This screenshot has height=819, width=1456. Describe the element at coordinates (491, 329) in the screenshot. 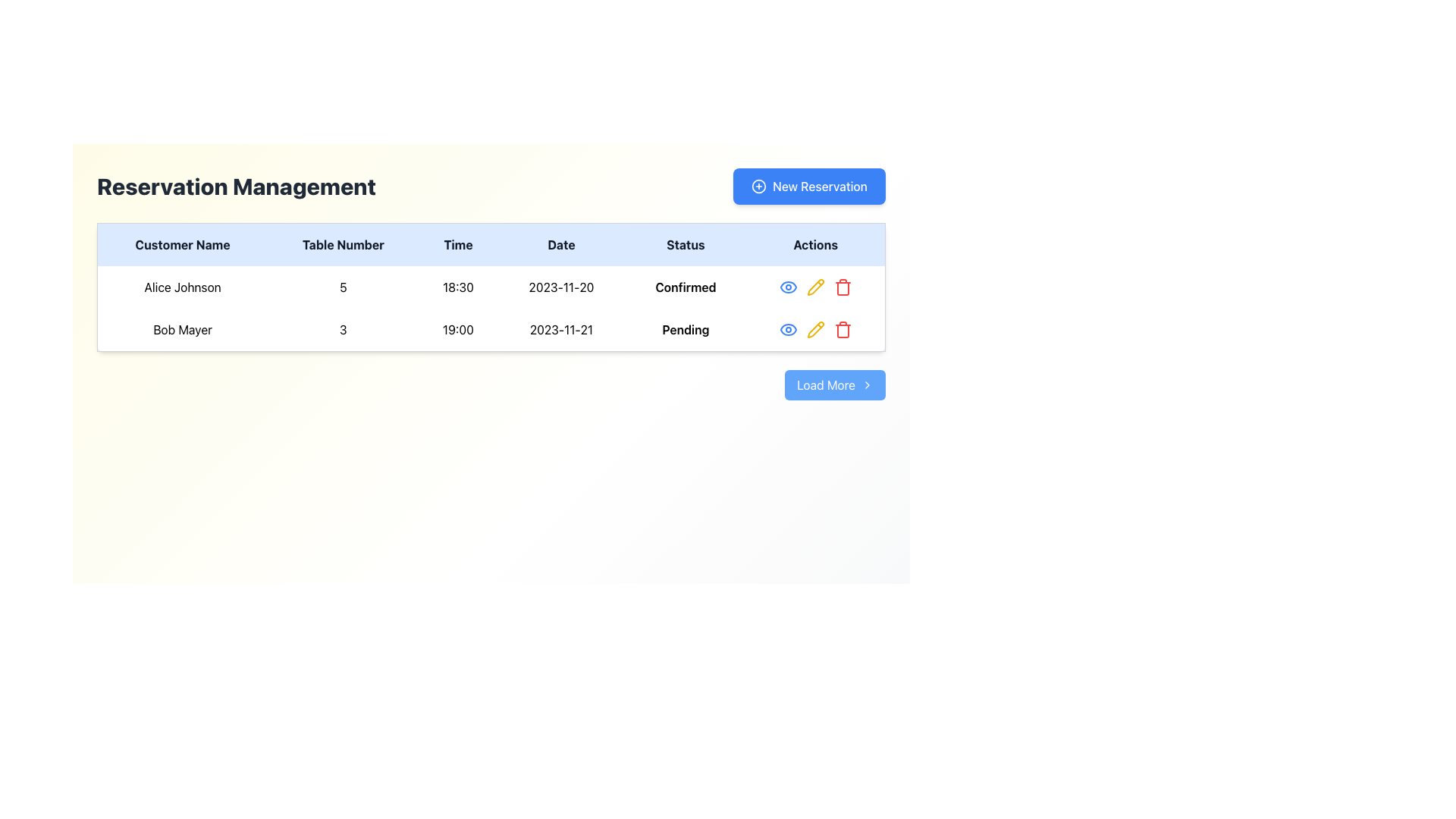

I see `the '19:00' column in the second row of the reservation details table, which contains entries for 'Bob Mayer', '3', '19:00', '2023-11-21', and 'Pending'` at that location.